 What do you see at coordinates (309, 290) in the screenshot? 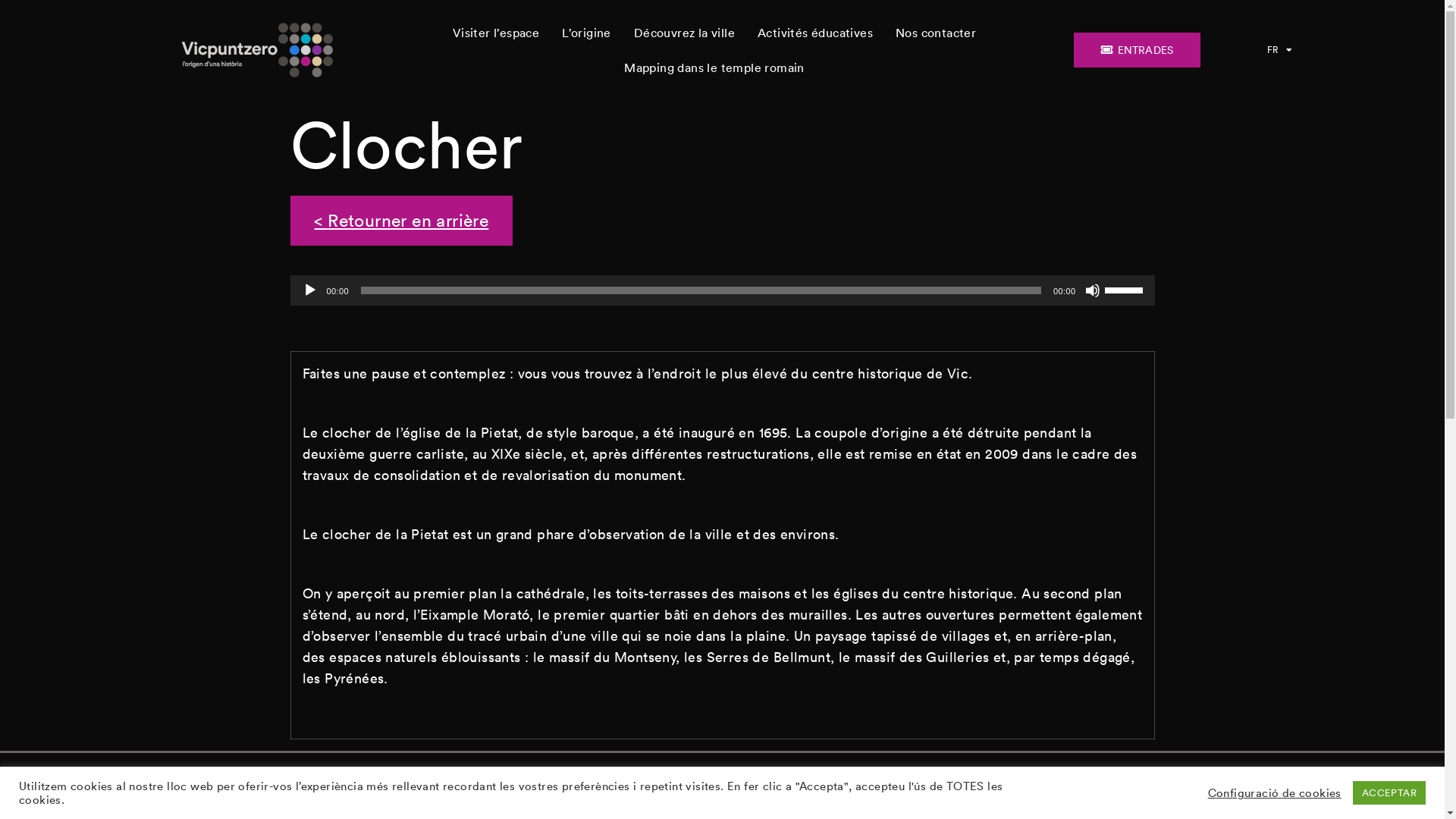
I see `'Lecture'` at bounding box center [309, 290].